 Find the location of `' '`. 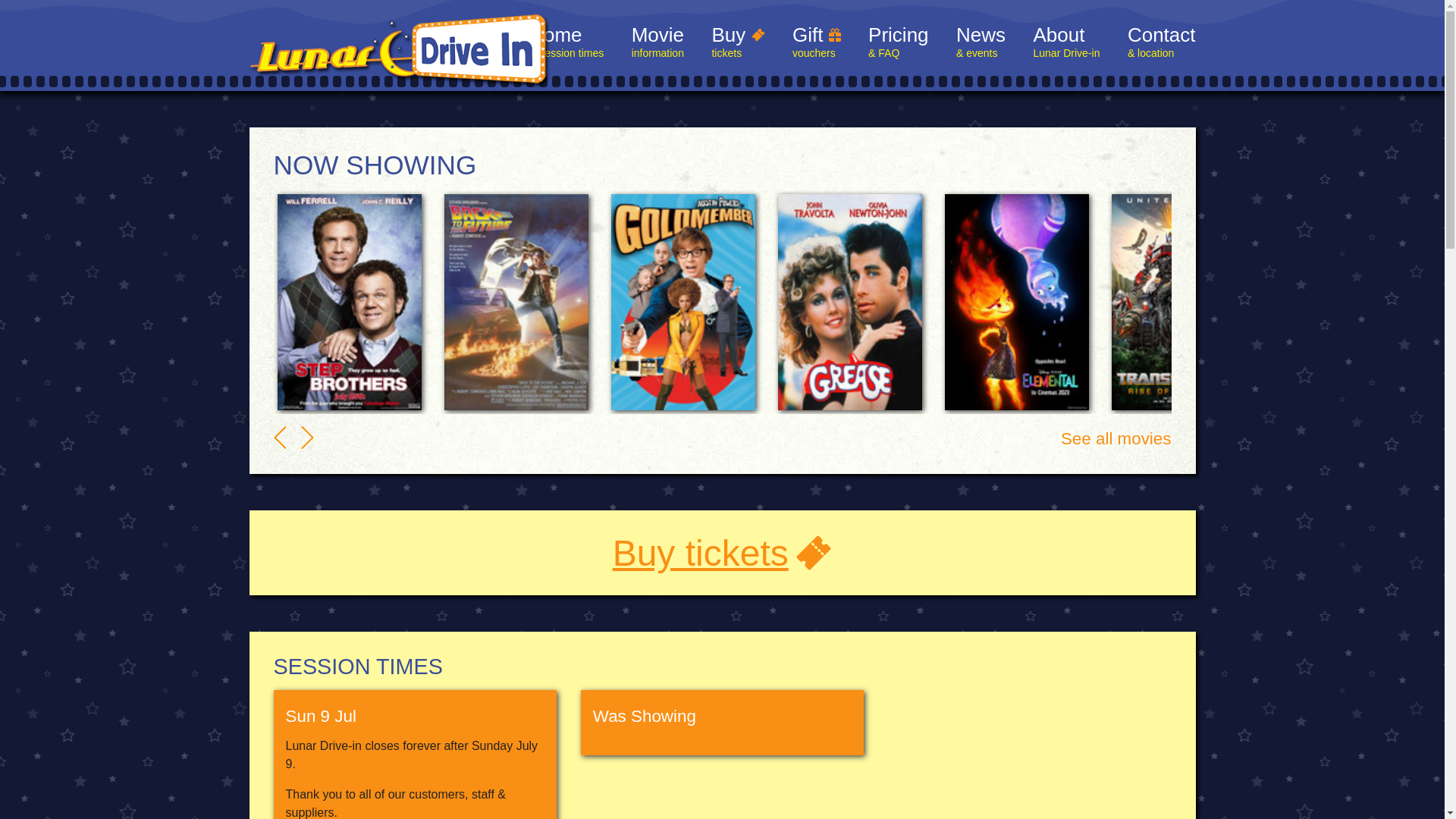

' ' is located at coordinates (279, 438).